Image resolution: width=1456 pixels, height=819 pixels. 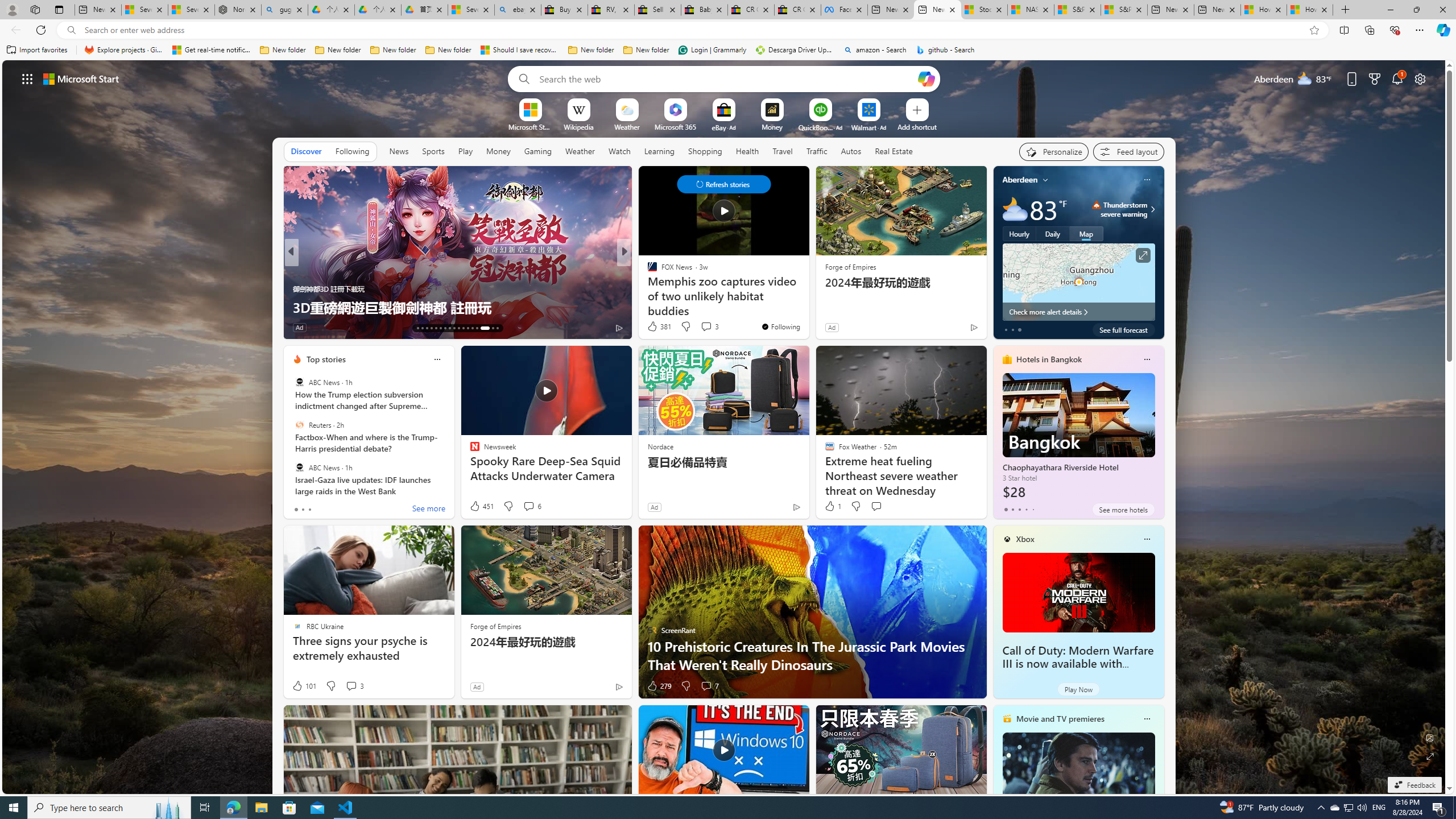 I want to click on 'Health', so click(x=746, y=151).